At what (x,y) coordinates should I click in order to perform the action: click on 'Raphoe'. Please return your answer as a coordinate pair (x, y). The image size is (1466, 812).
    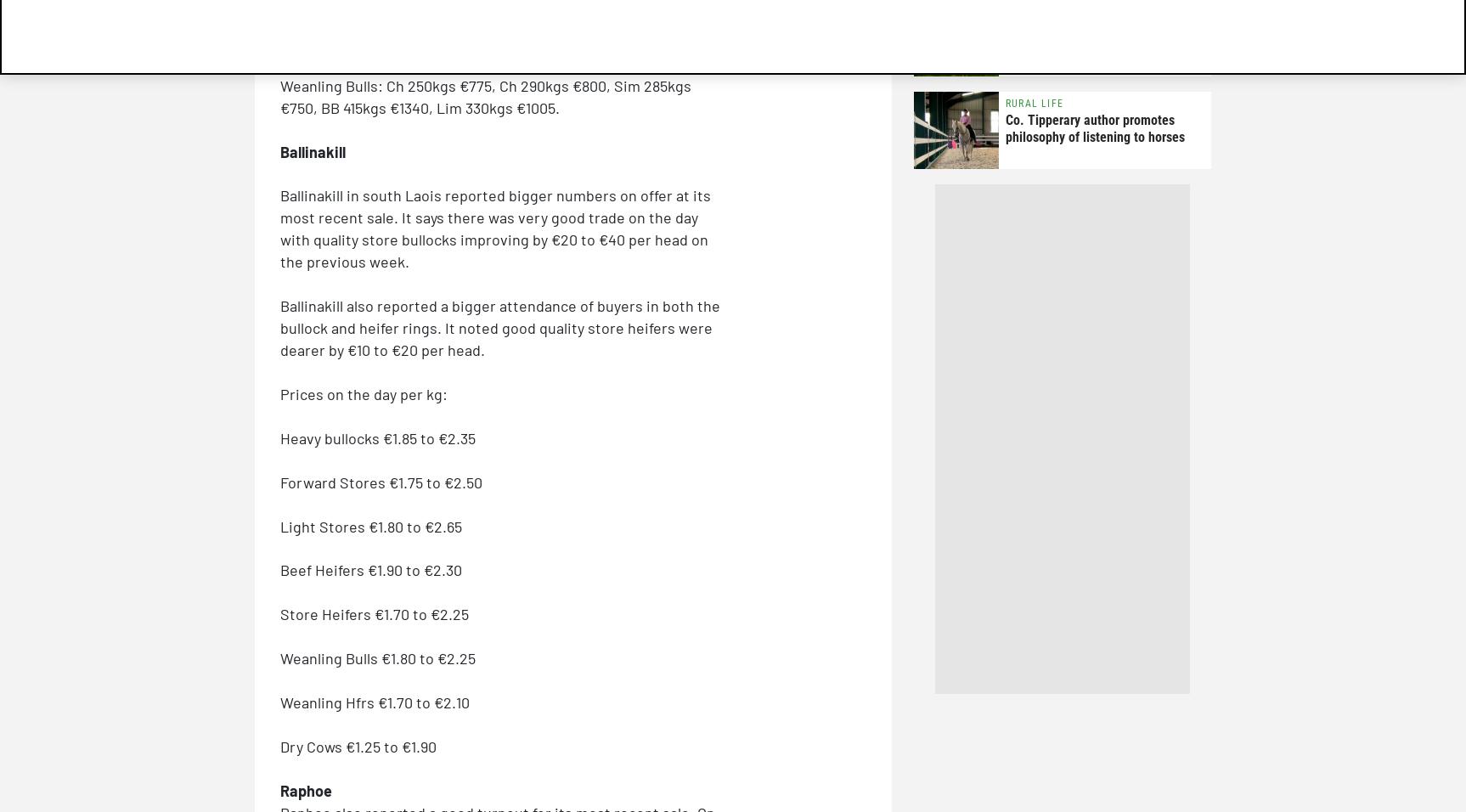
    Looking at the image, I should click on (306, 789).